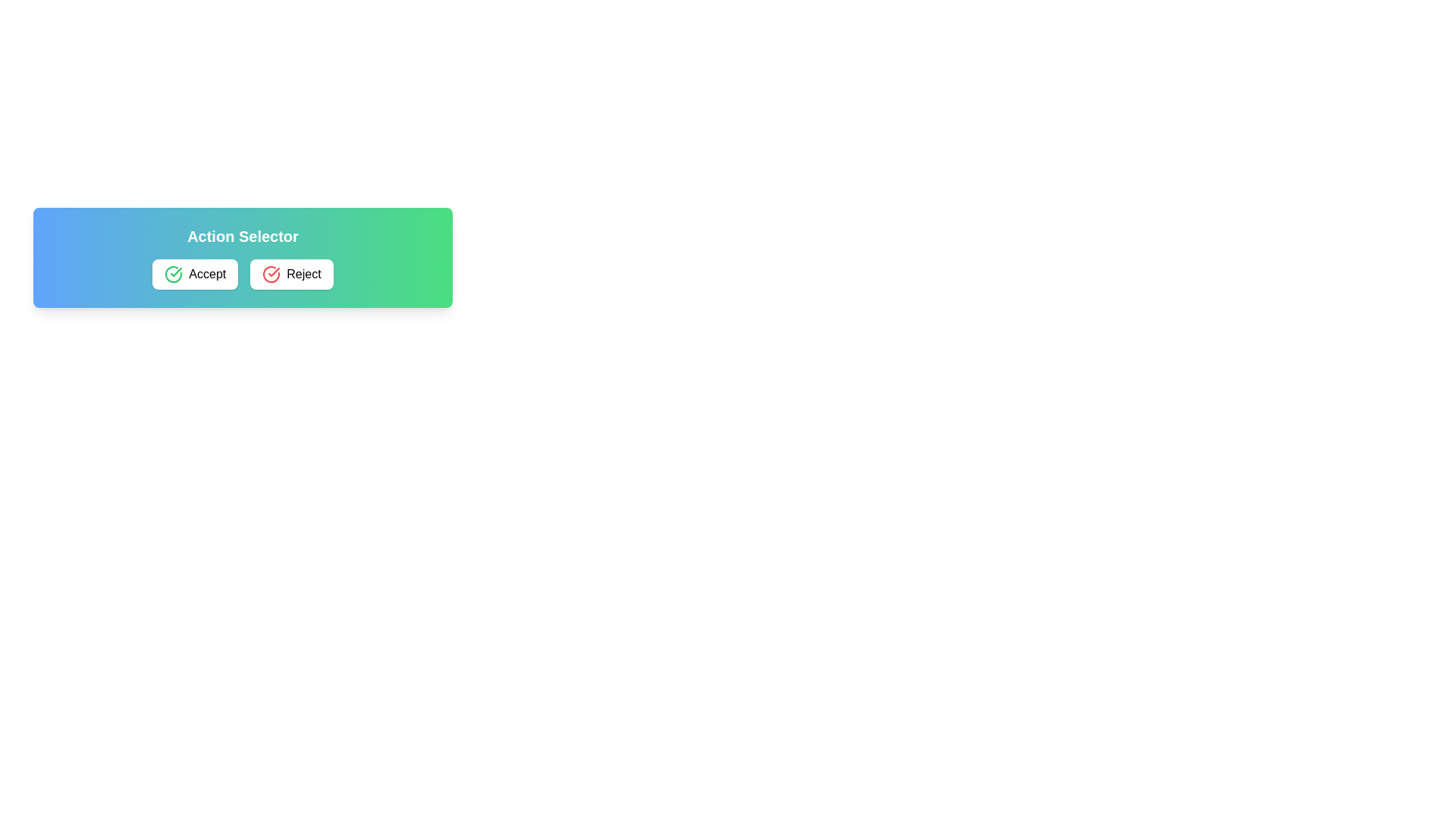 The image size is (1456, 819). Describe the element at coordinates (274, 271) in the screenshot. I see `the rejection icon located in the 'Reject' button, which is the second button from the left in a two-button layout` at that location.